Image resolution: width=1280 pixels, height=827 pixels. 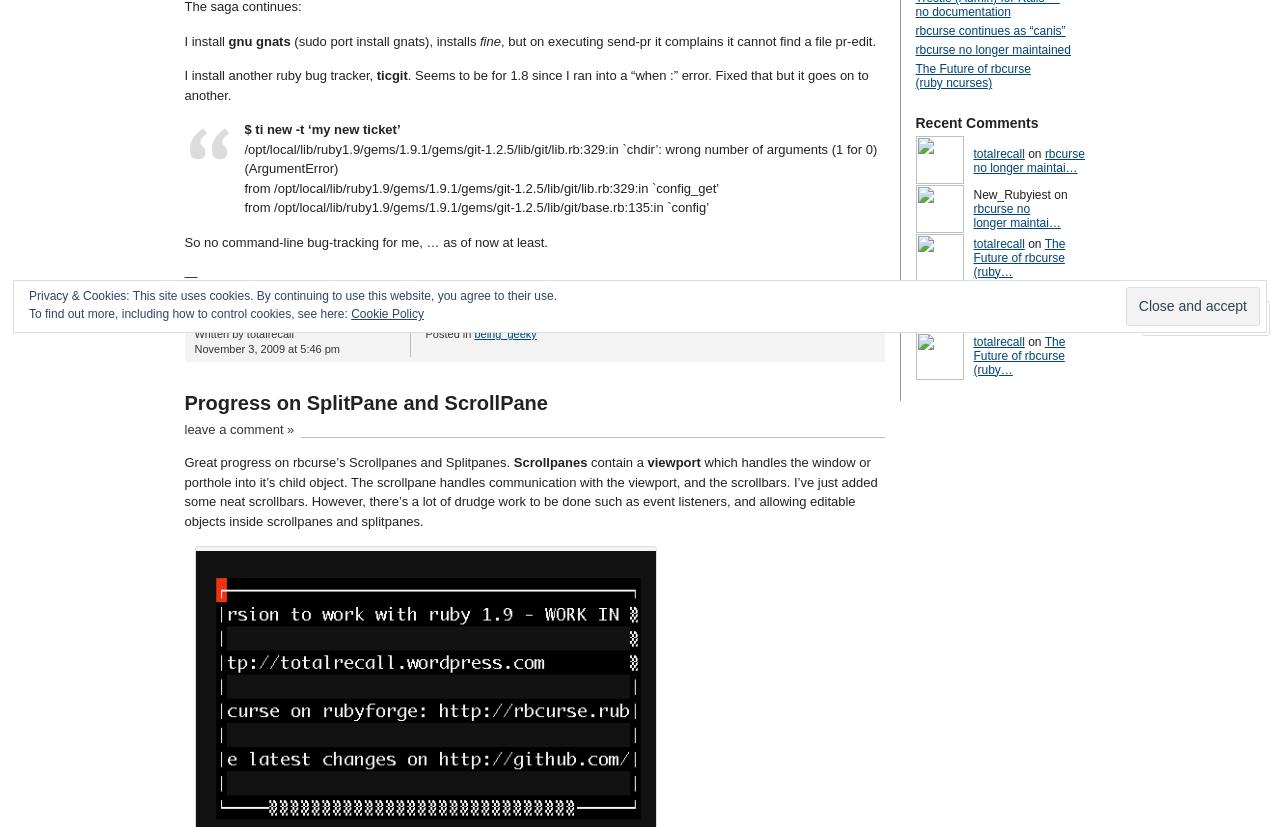 I want to click on 'November 3, 2009 at 5:46 pm', so click(x=266, y=348).